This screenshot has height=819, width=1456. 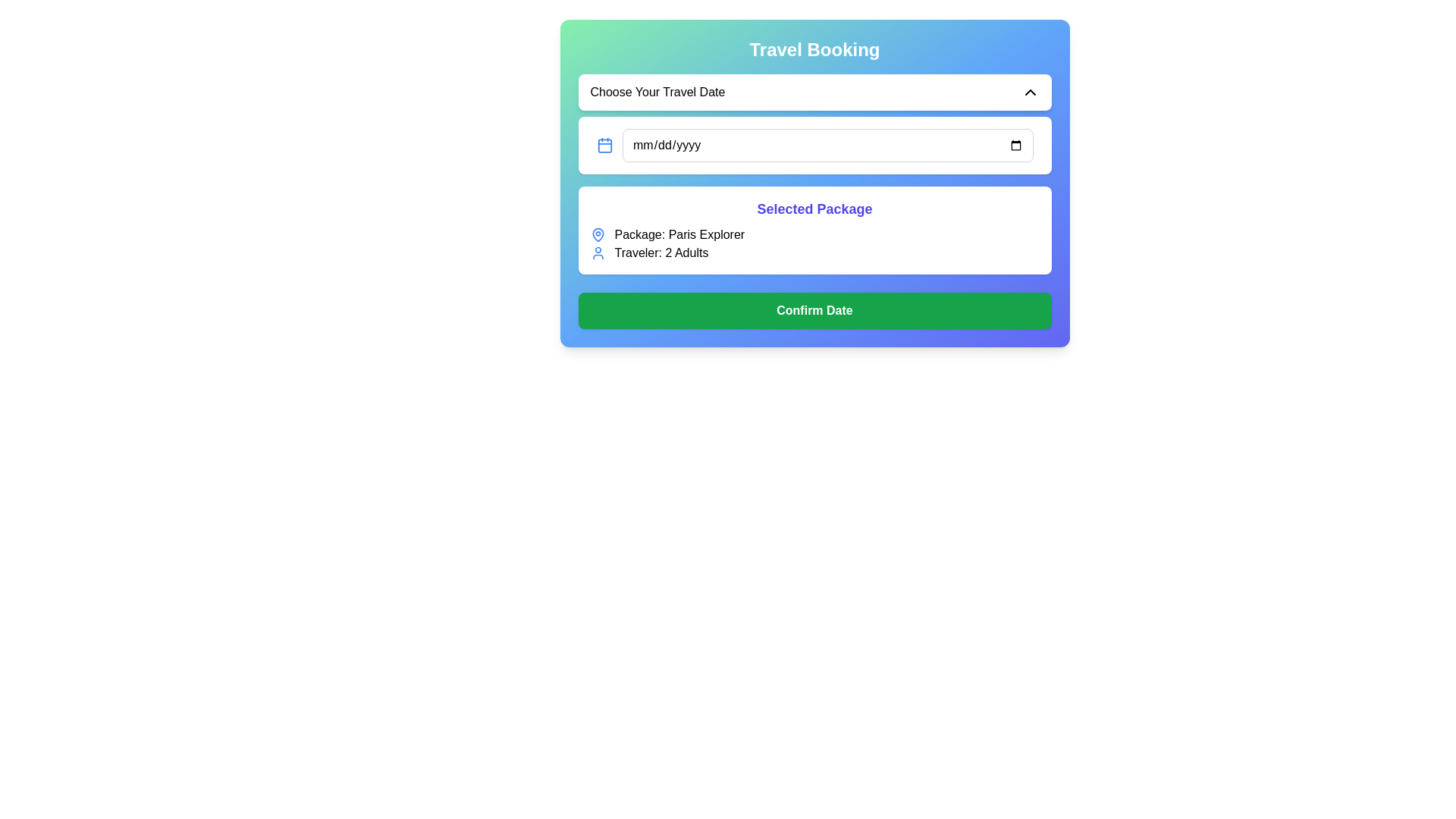 I want to click on the confirm button located at the bottom of the travel booking section to proceed with the booking process, so click(x=814, y=309).